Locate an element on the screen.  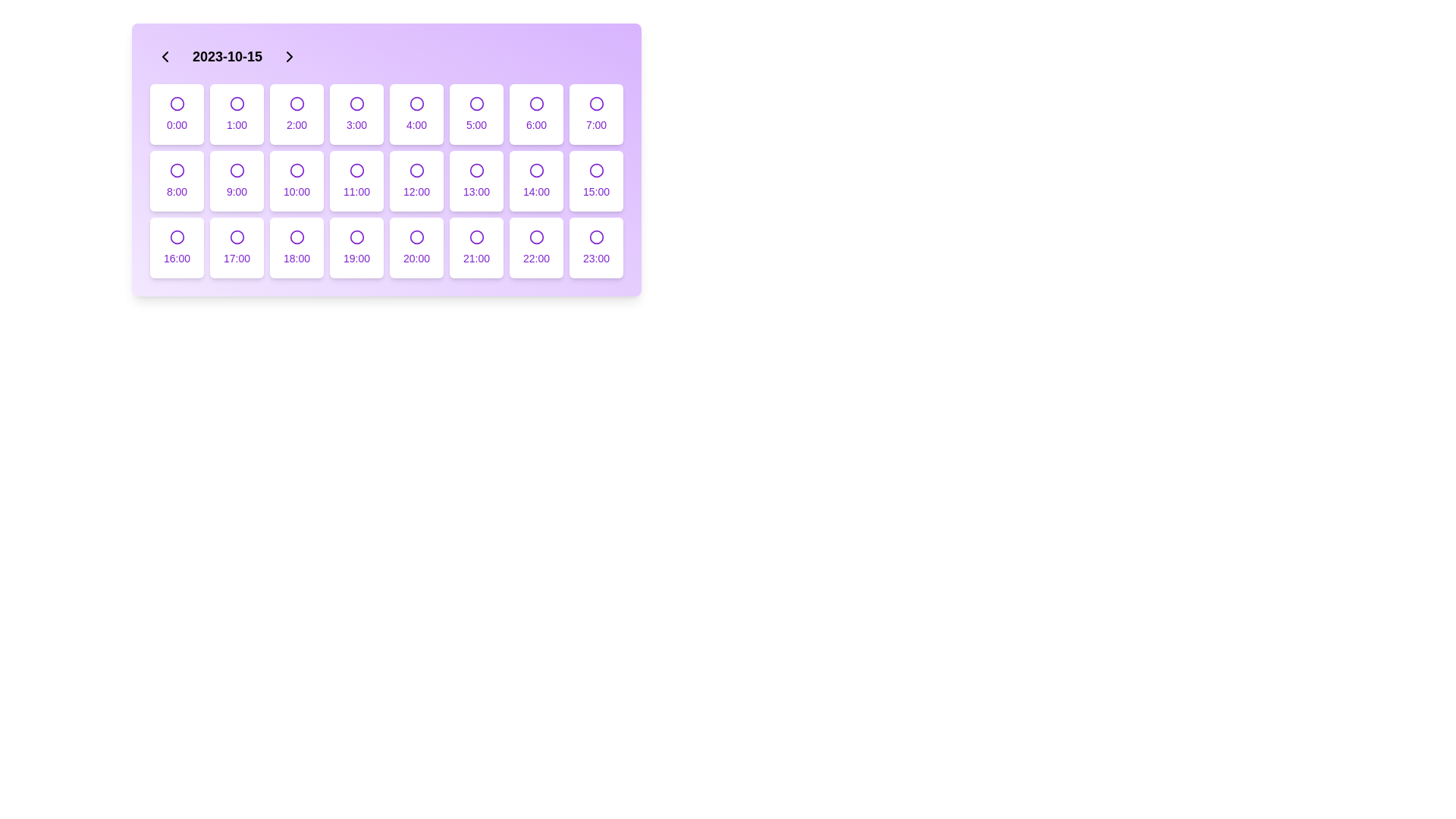
the left-pointing chevron icon located at the top-left corner of the interface is located at coordinates (165, 55).